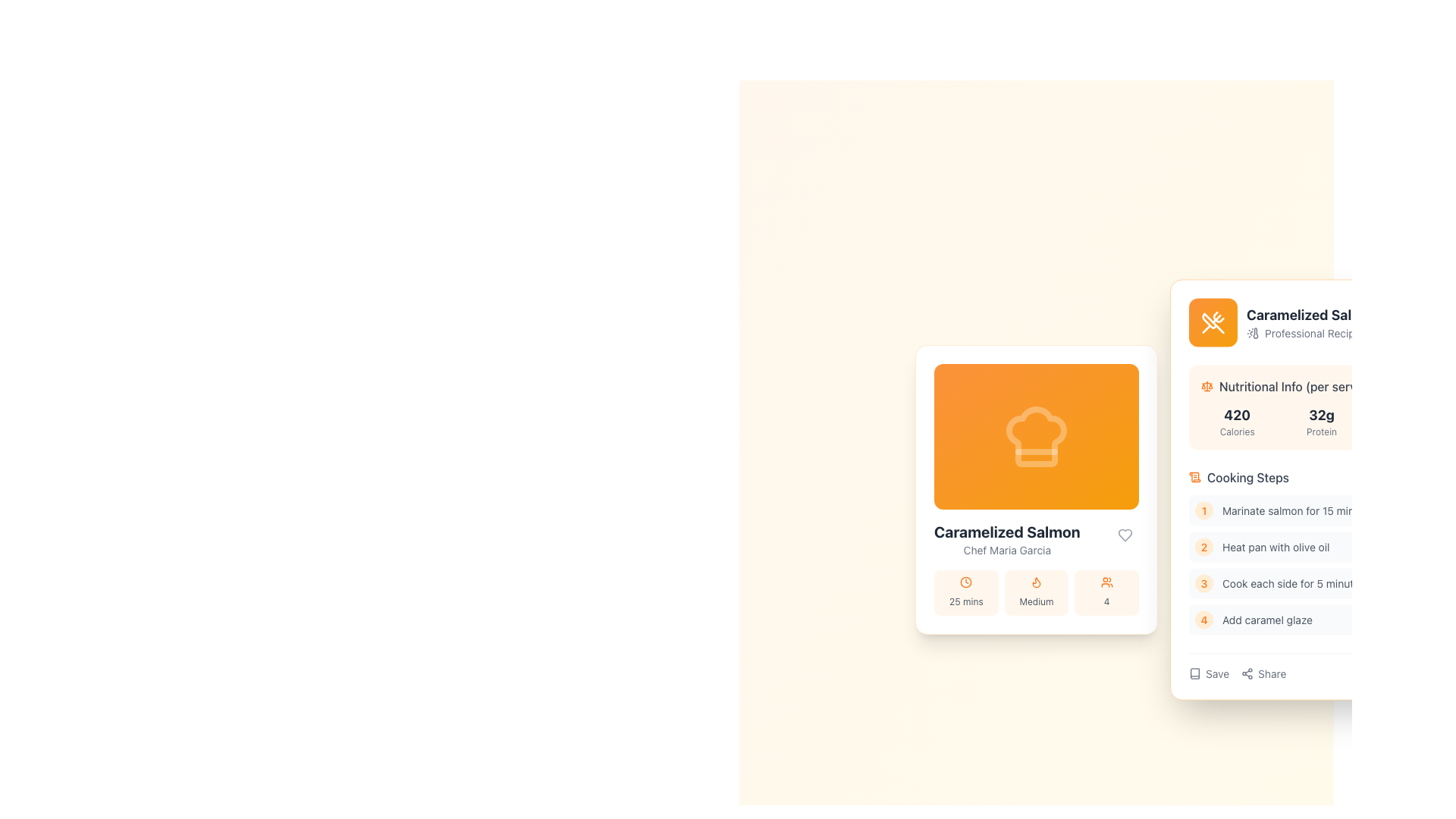 The width and height of the screenshot is (1456, 819). Describe the element at coordinates (1320, 421) in the screenshot. I see `the static informational grid displaying nutritional values for a recipe, located in the 'Nutritional Info (per serving)' section, specifically the second row of information` at that location.